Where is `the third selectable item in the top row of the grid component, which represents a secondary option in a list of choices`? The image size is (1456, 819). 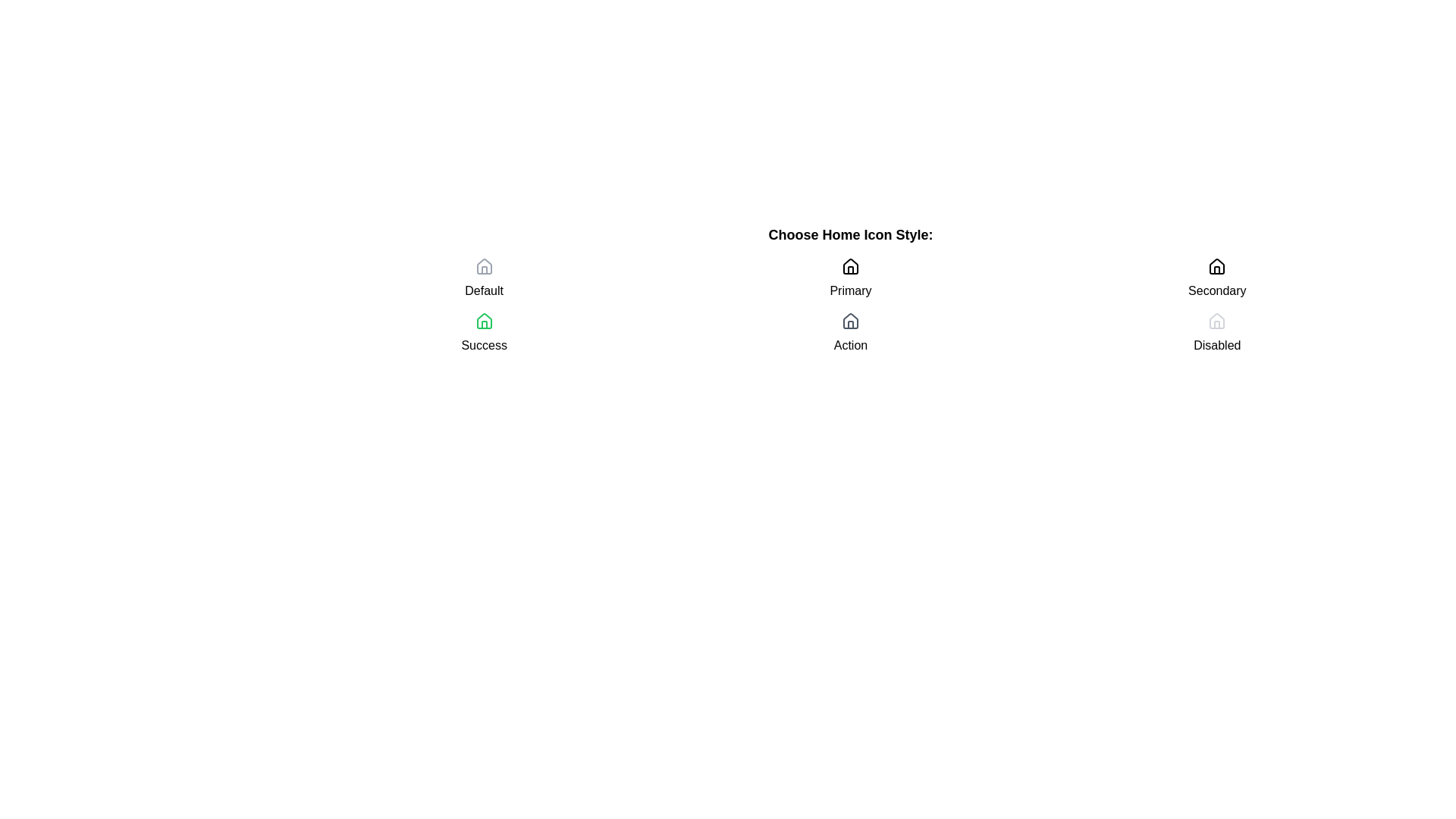
the third selectable item in the top row of the grid component, which represents a secondary option in a list of choices is located at coordinates (1217, 278).